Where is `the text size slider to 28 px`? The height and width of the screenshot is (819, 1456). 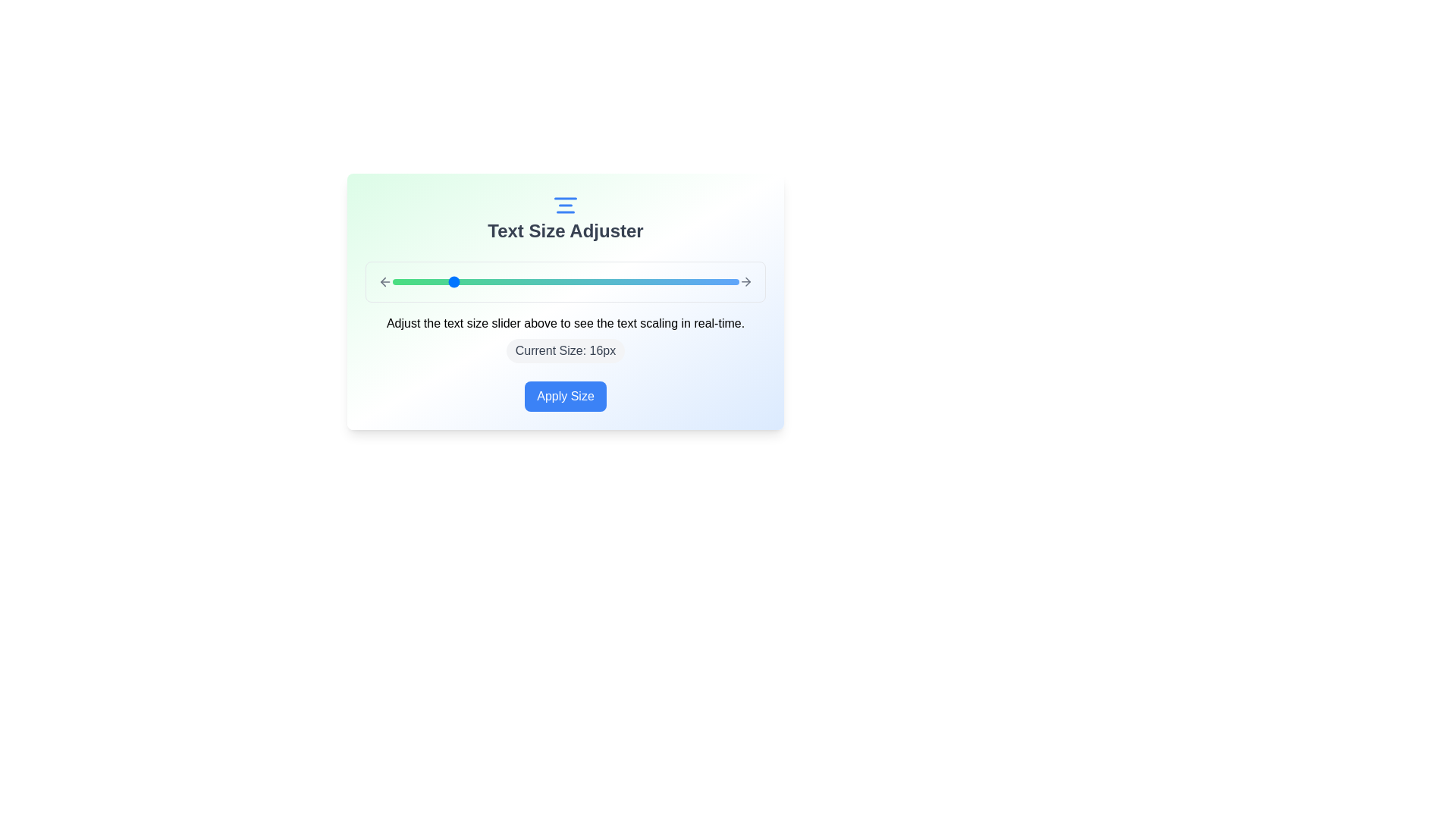 the text size slider to 28 px is located at coordinates (623, 281).